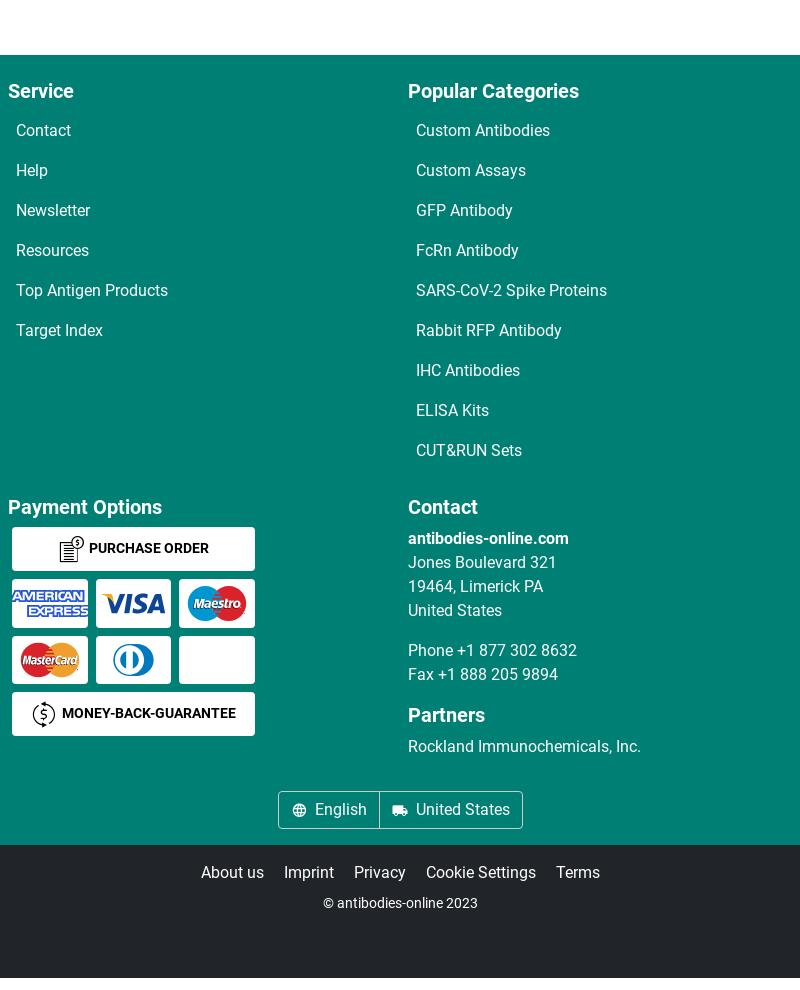  I want to click on 'POH Antibodies', so click(95, 812).